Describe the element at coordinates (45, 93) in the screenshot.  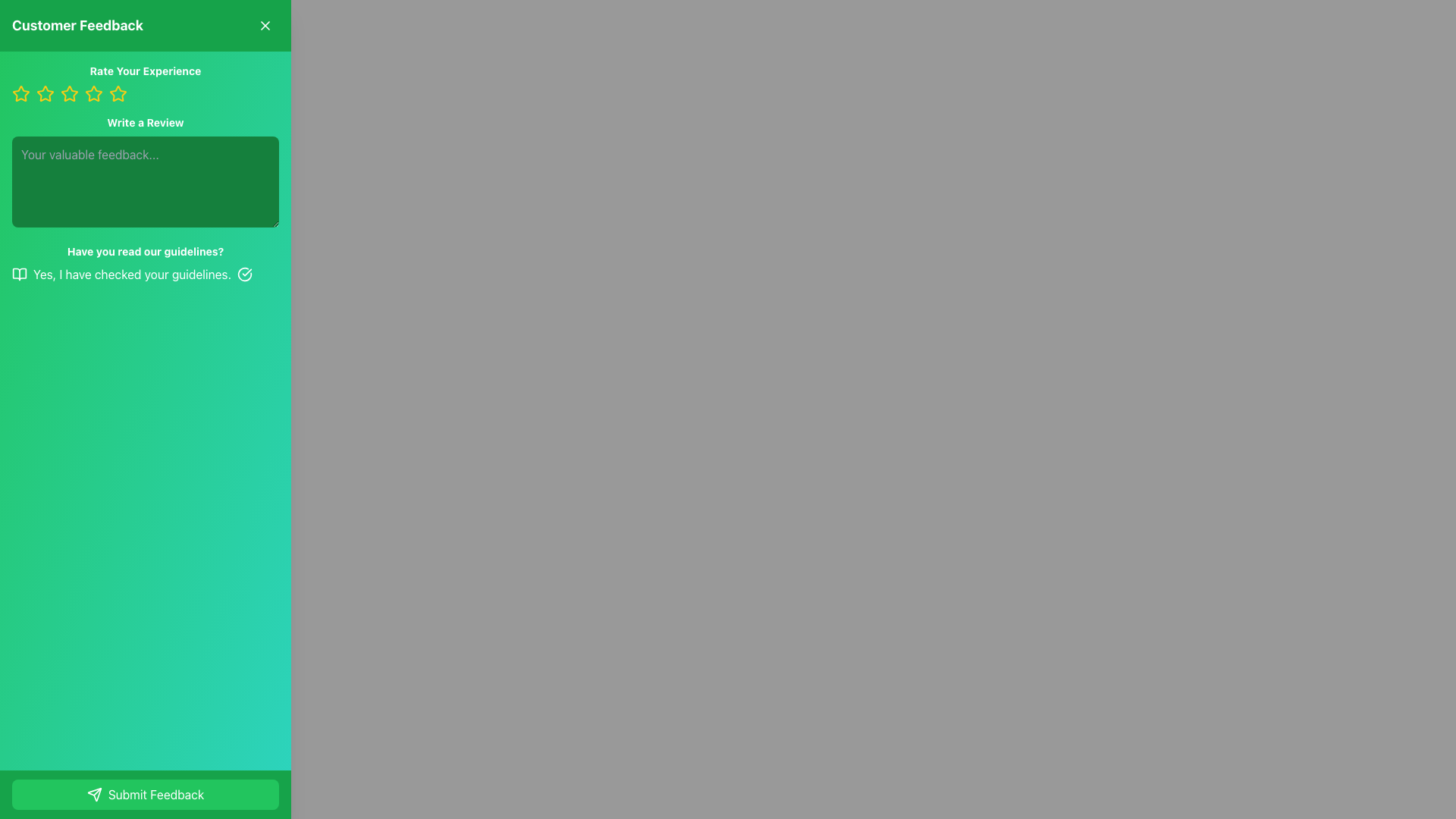
I see `the second star icon in the horizontal row of stars under the 'Rate Your Experience' section` at that location.